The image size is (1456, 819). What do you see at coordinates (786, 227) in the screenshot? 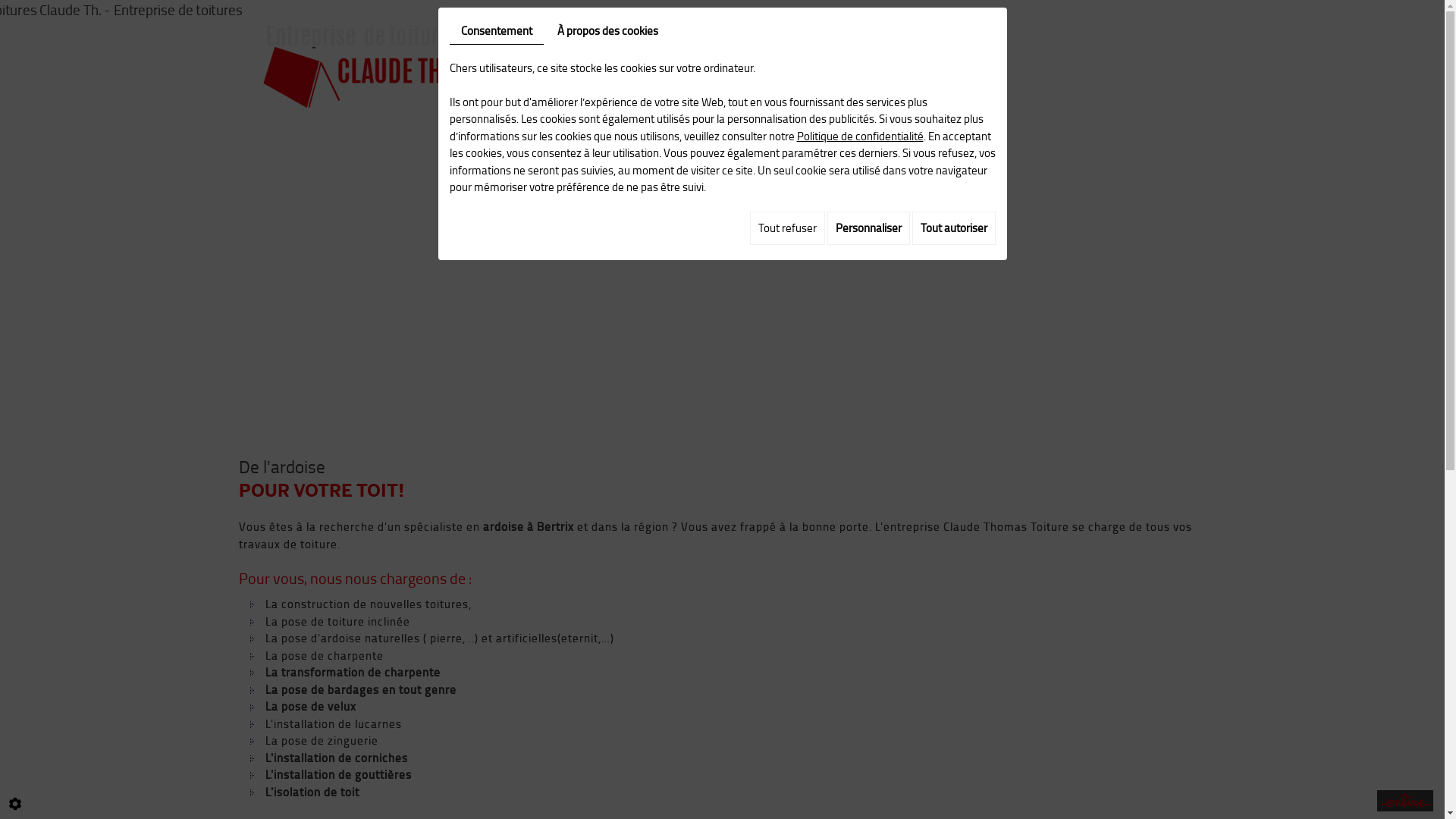
I see `'Tout refuser'` at bounding box center [786, 227].